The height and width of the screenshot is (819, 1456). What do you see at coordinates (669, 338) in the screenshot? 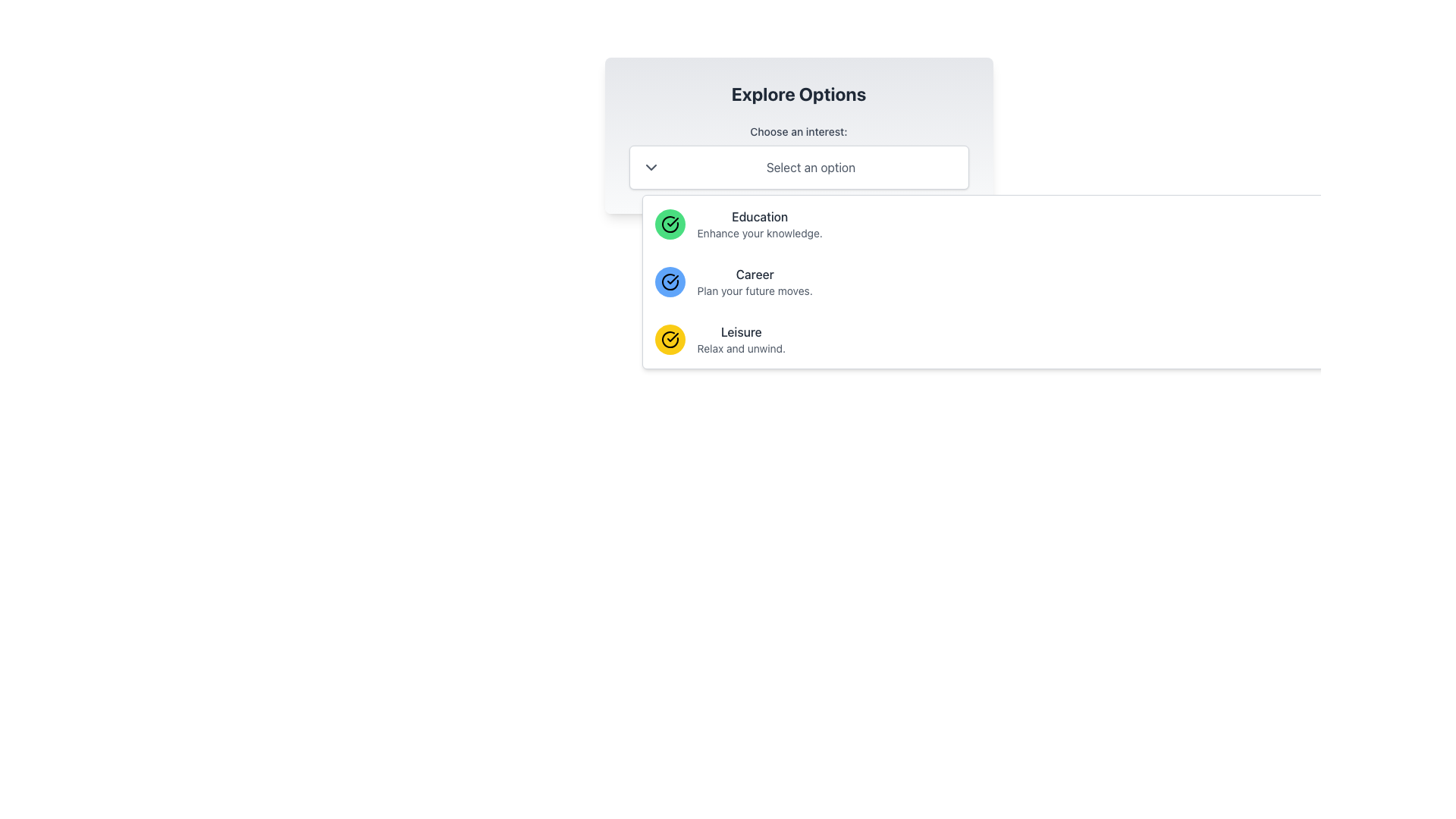
I see `the circular icon with a checkmark inside a yellow background, located at the bottom-right section of the dropdown area associated with the 'Leisure' option` at bounding box center [669, 338].